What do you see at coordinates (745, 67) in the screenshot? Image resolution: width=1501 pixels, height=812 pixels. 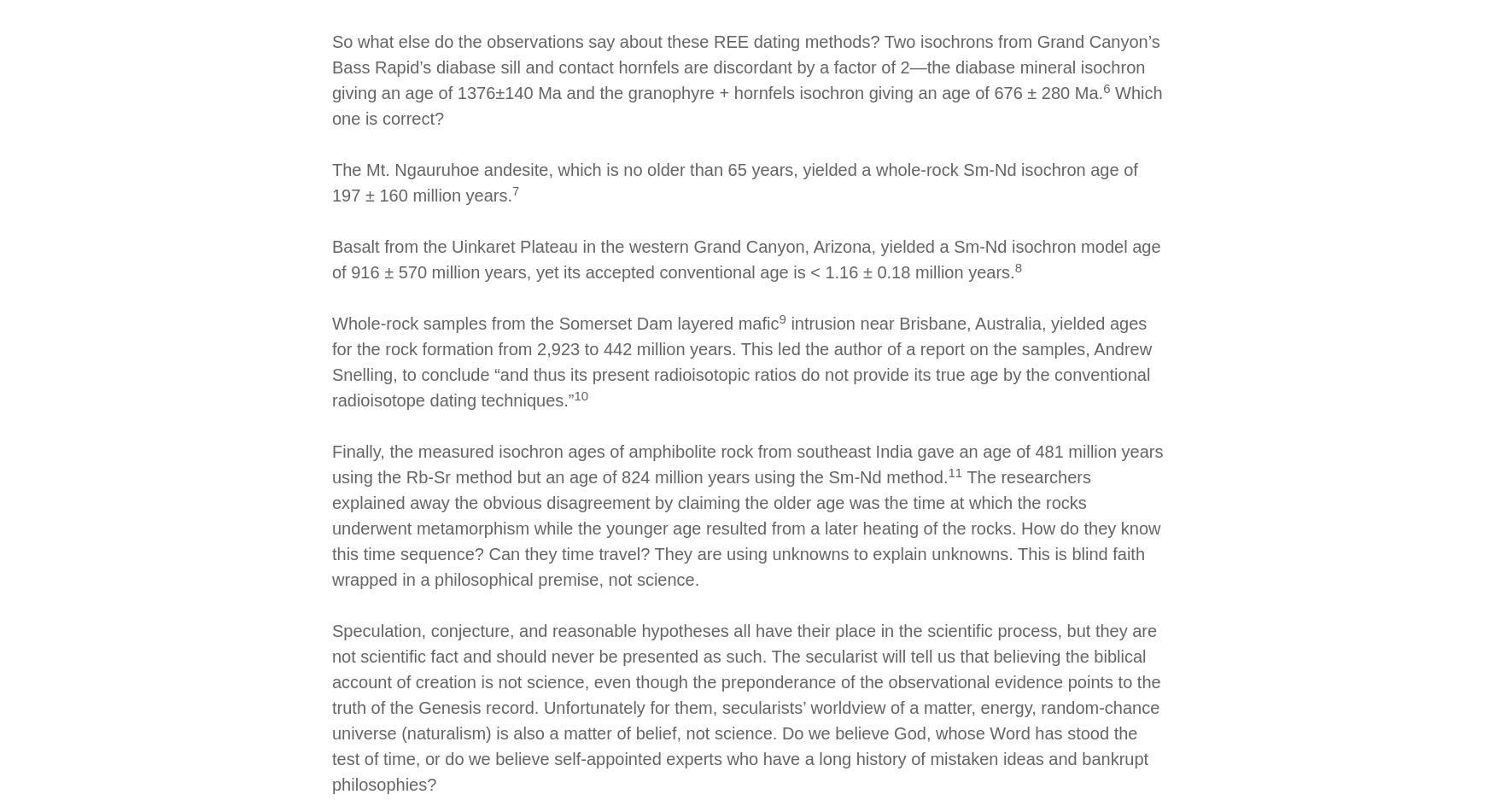 I see `'So what else do the observations say about these REE dating methods? Two isochrons from Grand Canyon’s Bass Rapid’s diabase sill and contact hornfels are discordant by a factor of 2—the diabase mineral isochron giving an age of 1376±140 Ma and the granophyre + hornfels isochron giving an age of 676 ± 280 Ma.'` at bounding box center [745, 67].